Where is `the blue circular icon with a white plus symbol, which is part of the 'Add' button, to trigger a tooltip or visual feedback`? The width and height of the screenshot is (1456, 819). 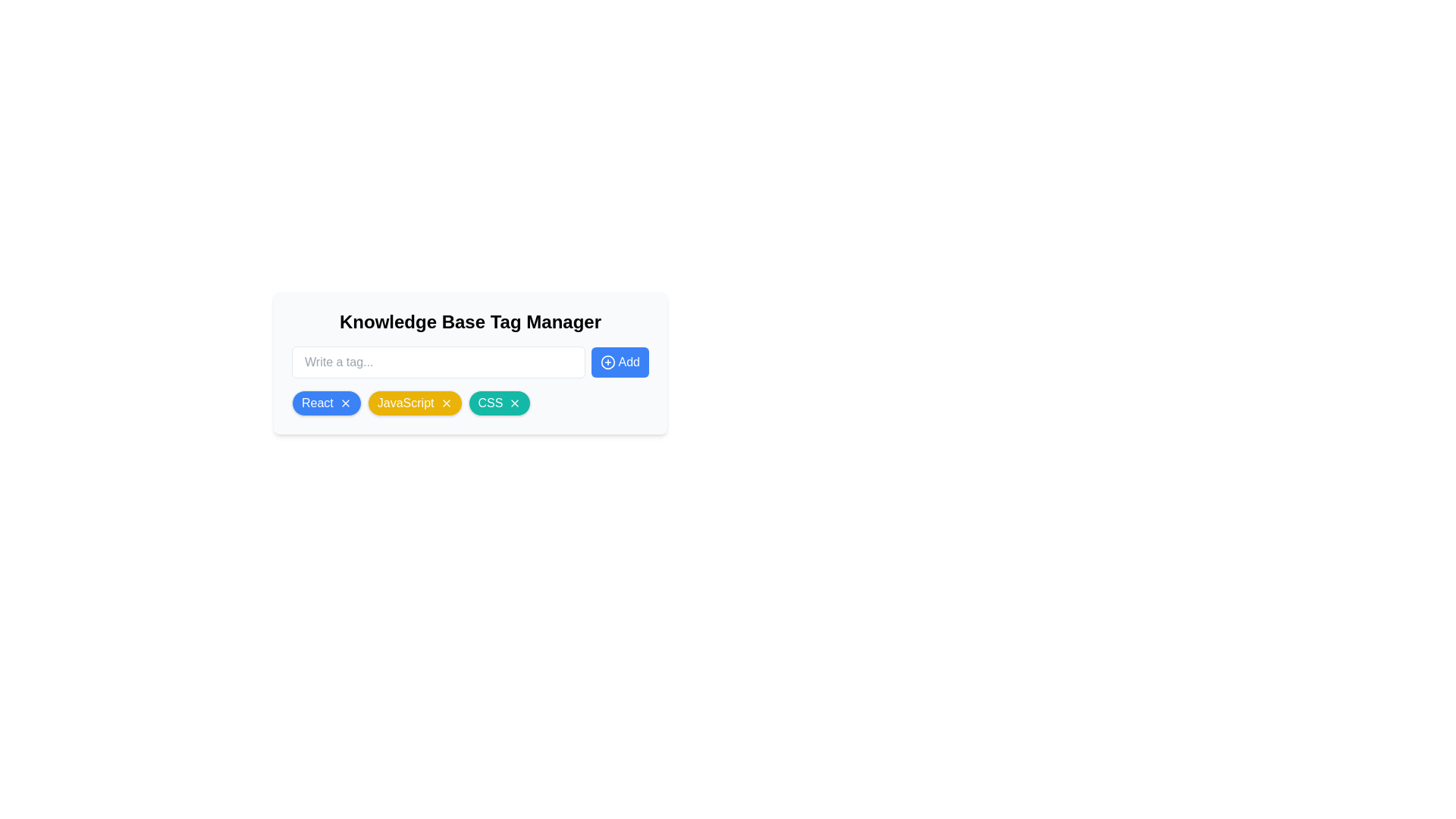
the blue circular icon with a white plus symbol, which is part of the 'Add' button, to trigger a tooltip or visual feedback is located at coordinates (607, 362).